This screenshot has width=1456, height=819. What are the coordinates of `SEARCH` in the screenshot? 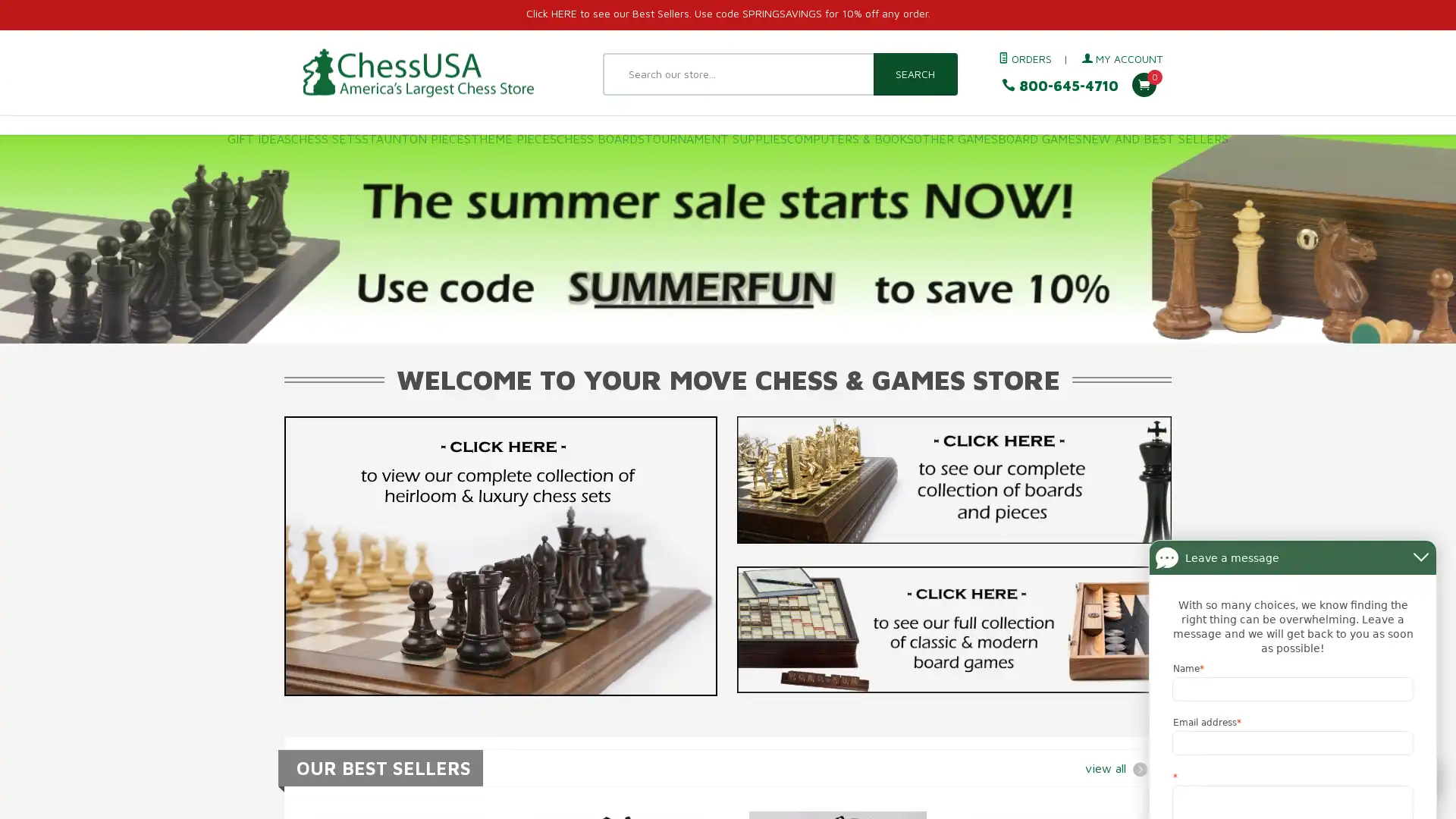 It's located at (914, 74).